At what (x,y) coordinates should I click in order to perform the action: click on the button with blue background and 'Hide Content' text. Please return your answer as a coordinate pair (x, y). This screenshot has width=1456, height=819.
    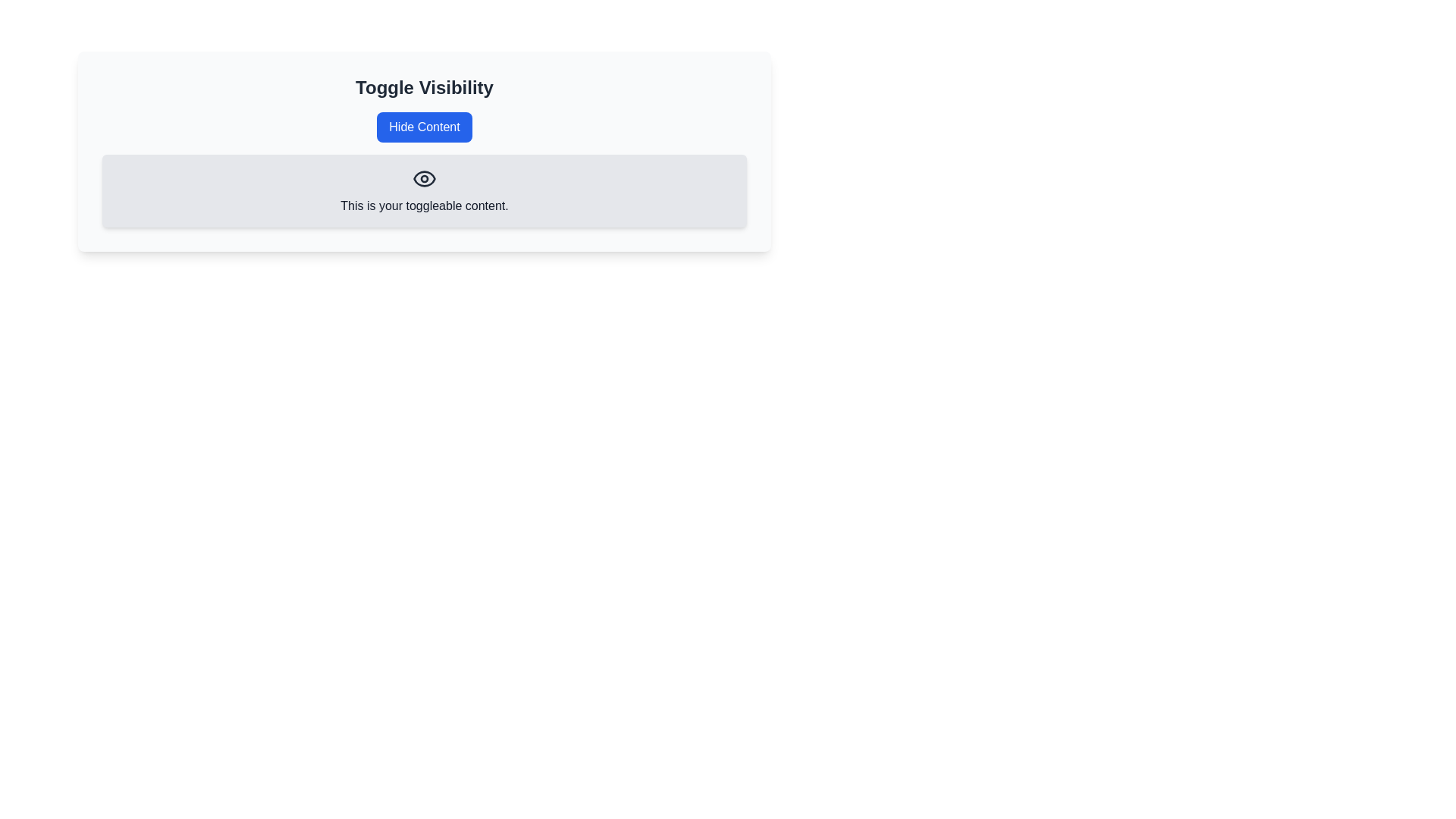
    Looking at the image, I should click on (425, 127).